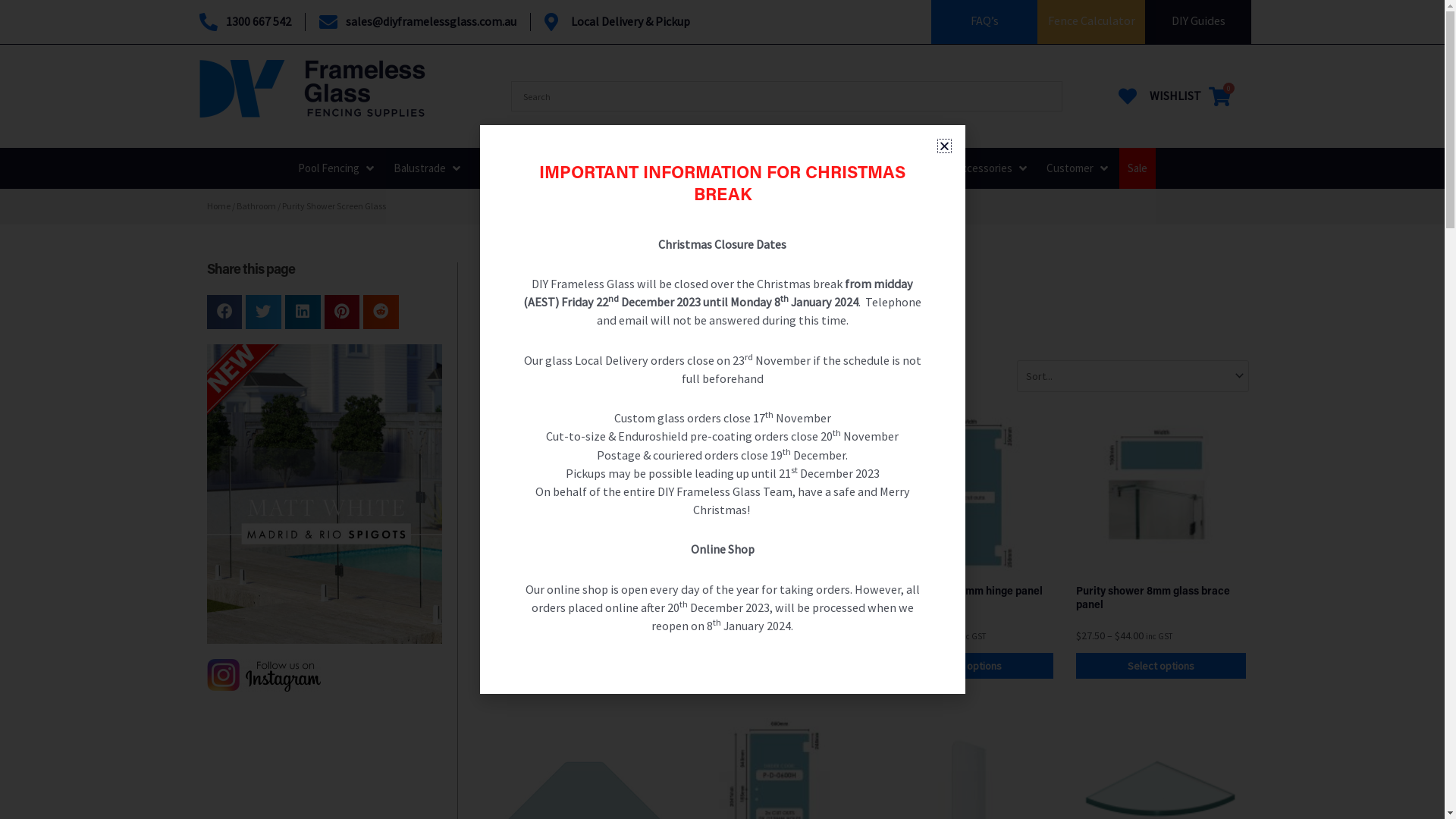  I want to click on 'follow us on Instagram', so click(262, 674).